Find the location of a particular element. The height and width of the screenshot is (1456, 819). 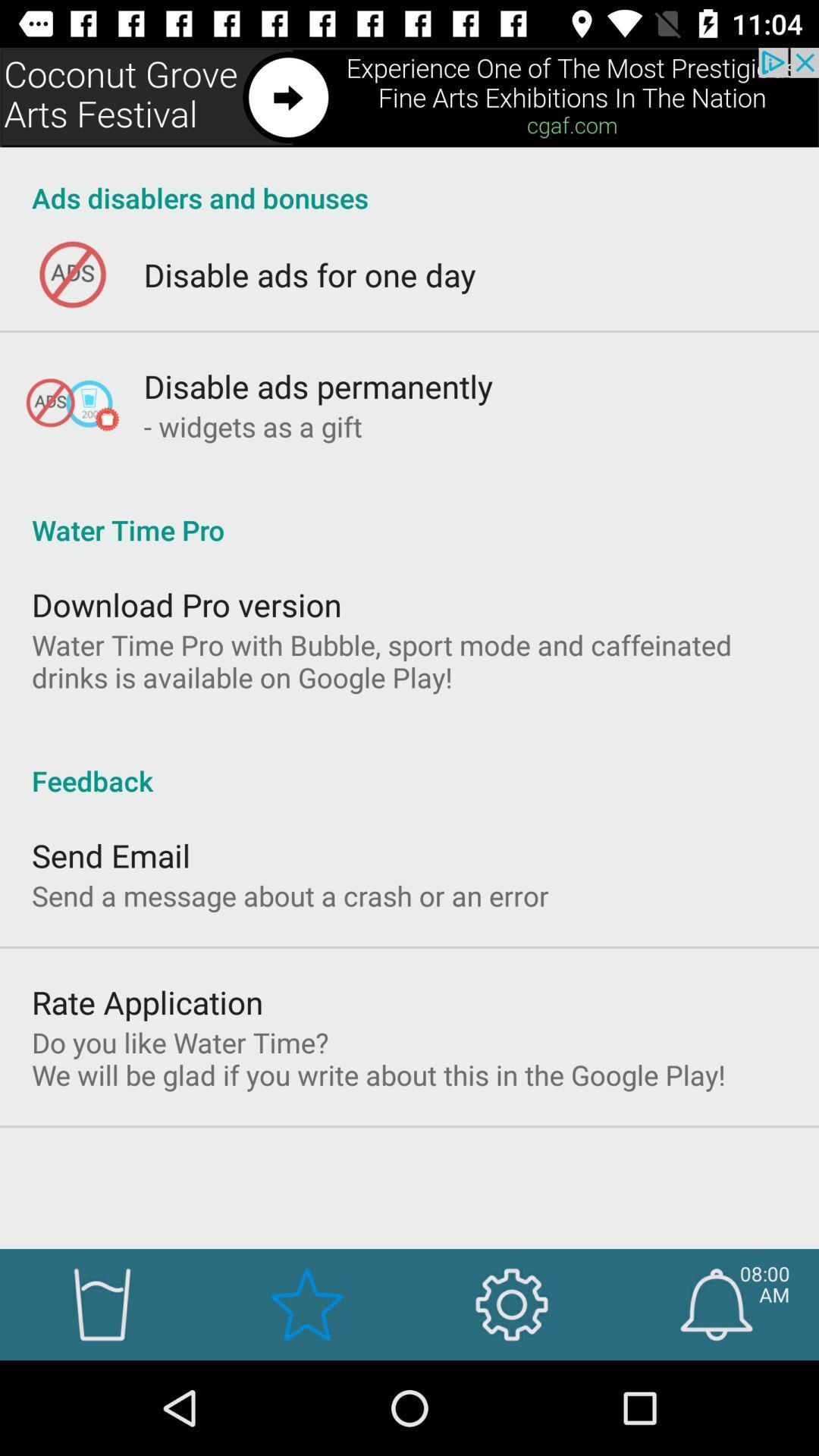

share option is located at coordinates (409, 96).